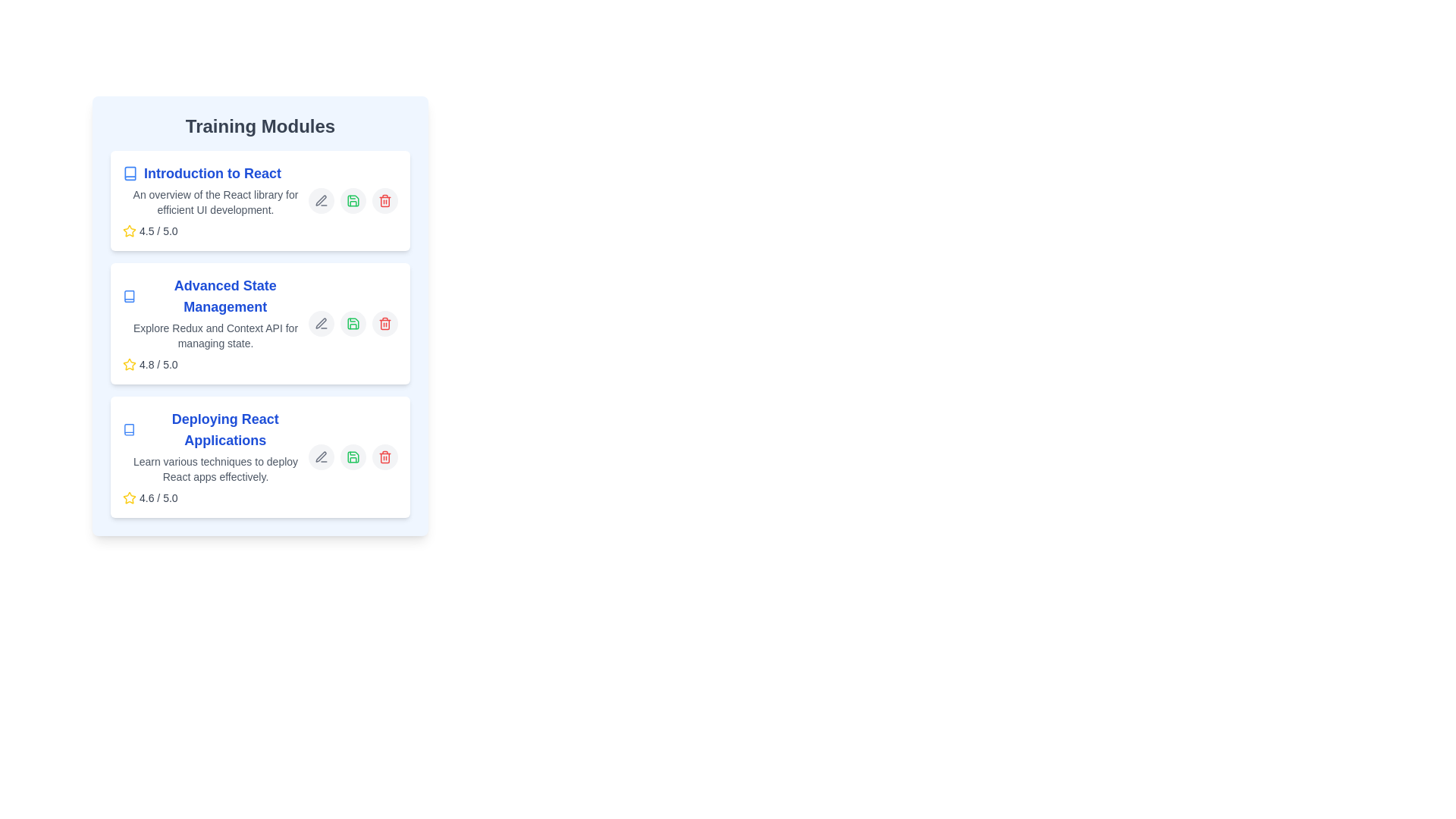 The image size is (1456, 819). I want to click on the save action button in the 'Deploying React Applications' module, which is the second button from the left among three action buttons, positioned between the edit (pencil icon) and delete (trash icon) buttons, so click(352, 456).